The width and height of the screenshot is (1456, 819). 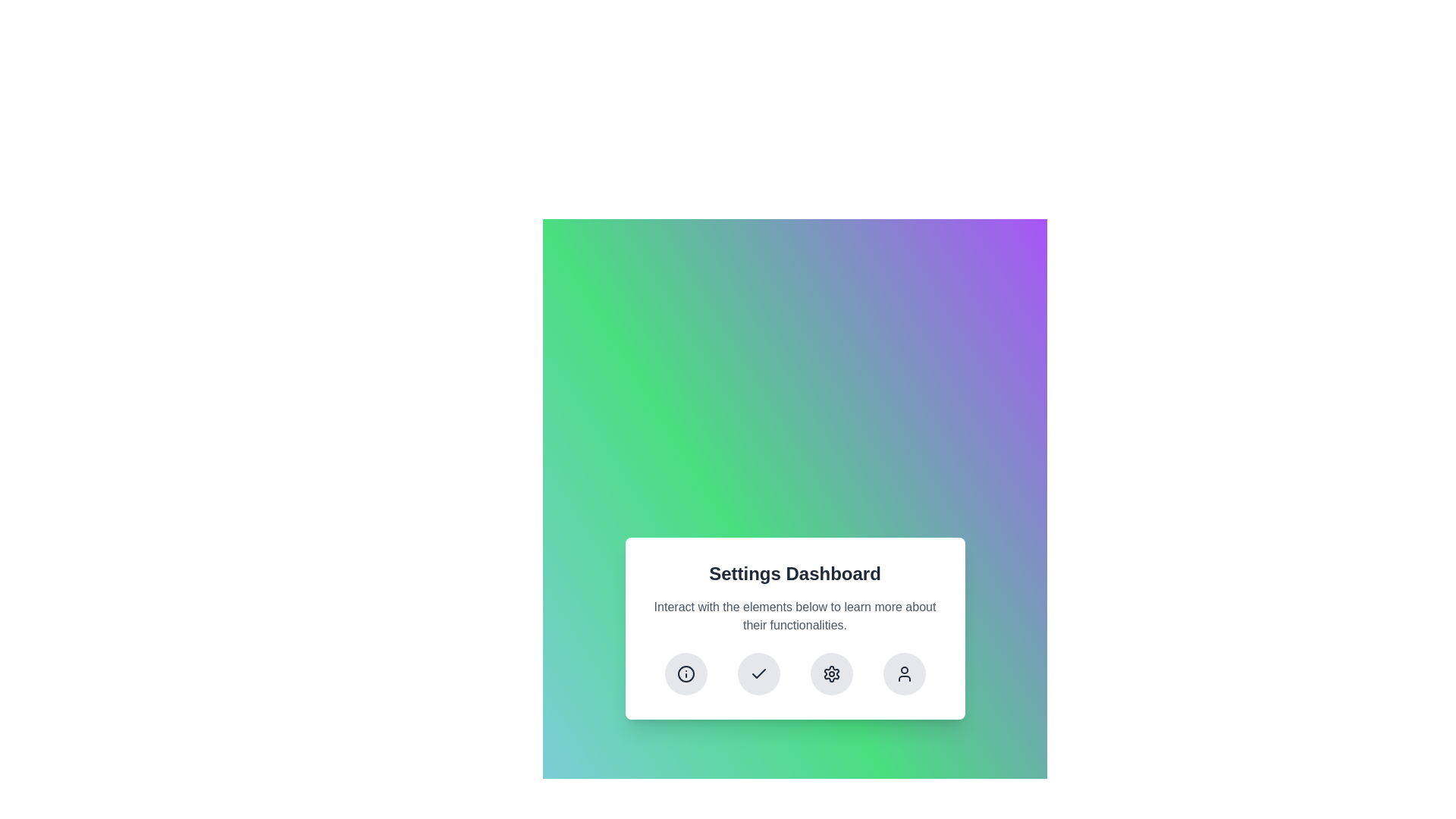 What do you see at coordinates (758, 673) in the screenshot?
I see `the checkmark icon located within the second circular button from the left in the row of buttons at the bottom of the settings dialog box for accessibility functions` at bounding box center [758, 673].